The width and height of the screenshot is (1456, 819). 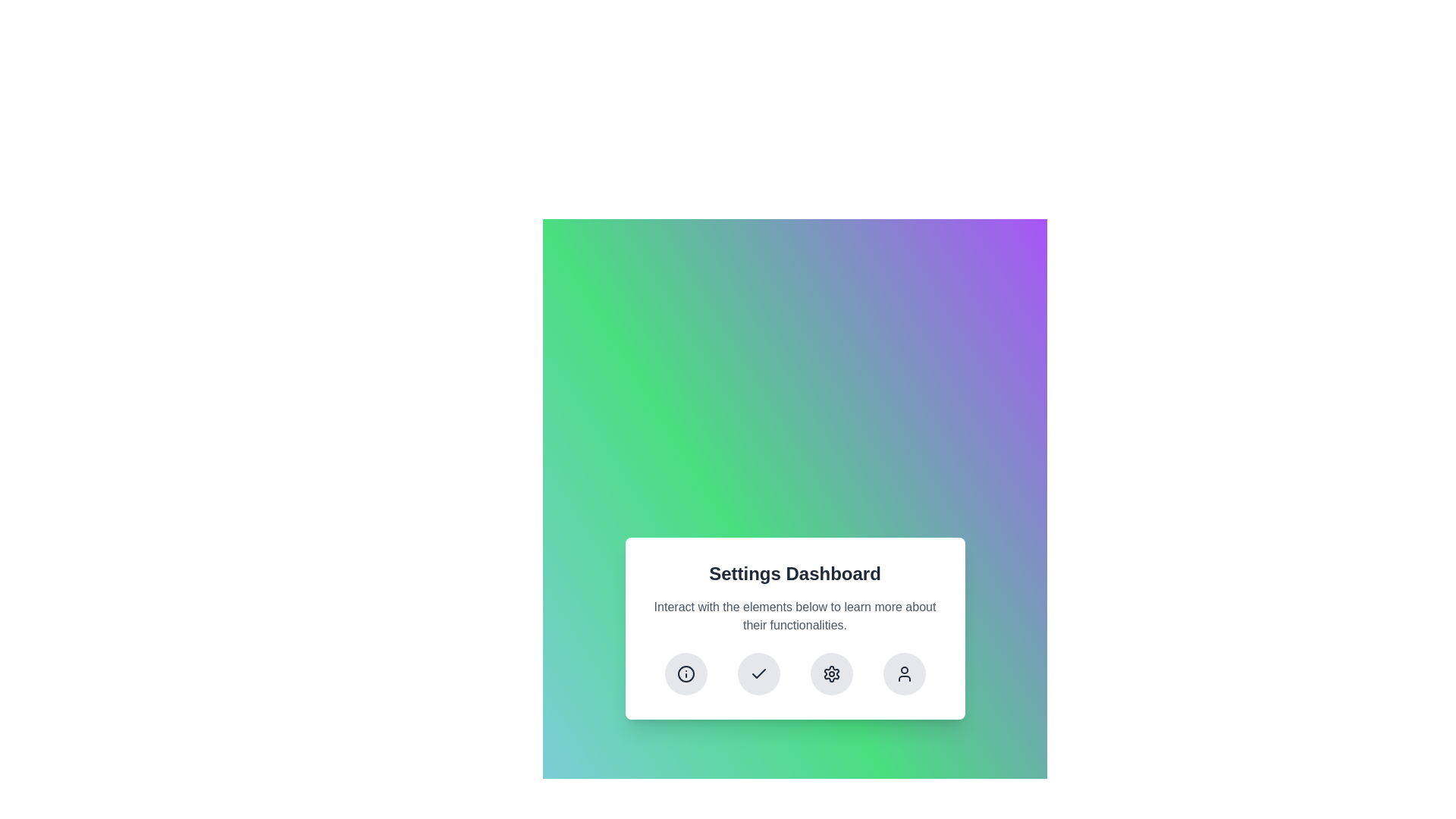 What do you see at coordinates (758, 673) in the screenshot?
I see `the checkmark icon located within the second circular button from the left in the row of buttons at the bottom of the settings dialog box for accessibility functions` at bounding box center [758, 673].